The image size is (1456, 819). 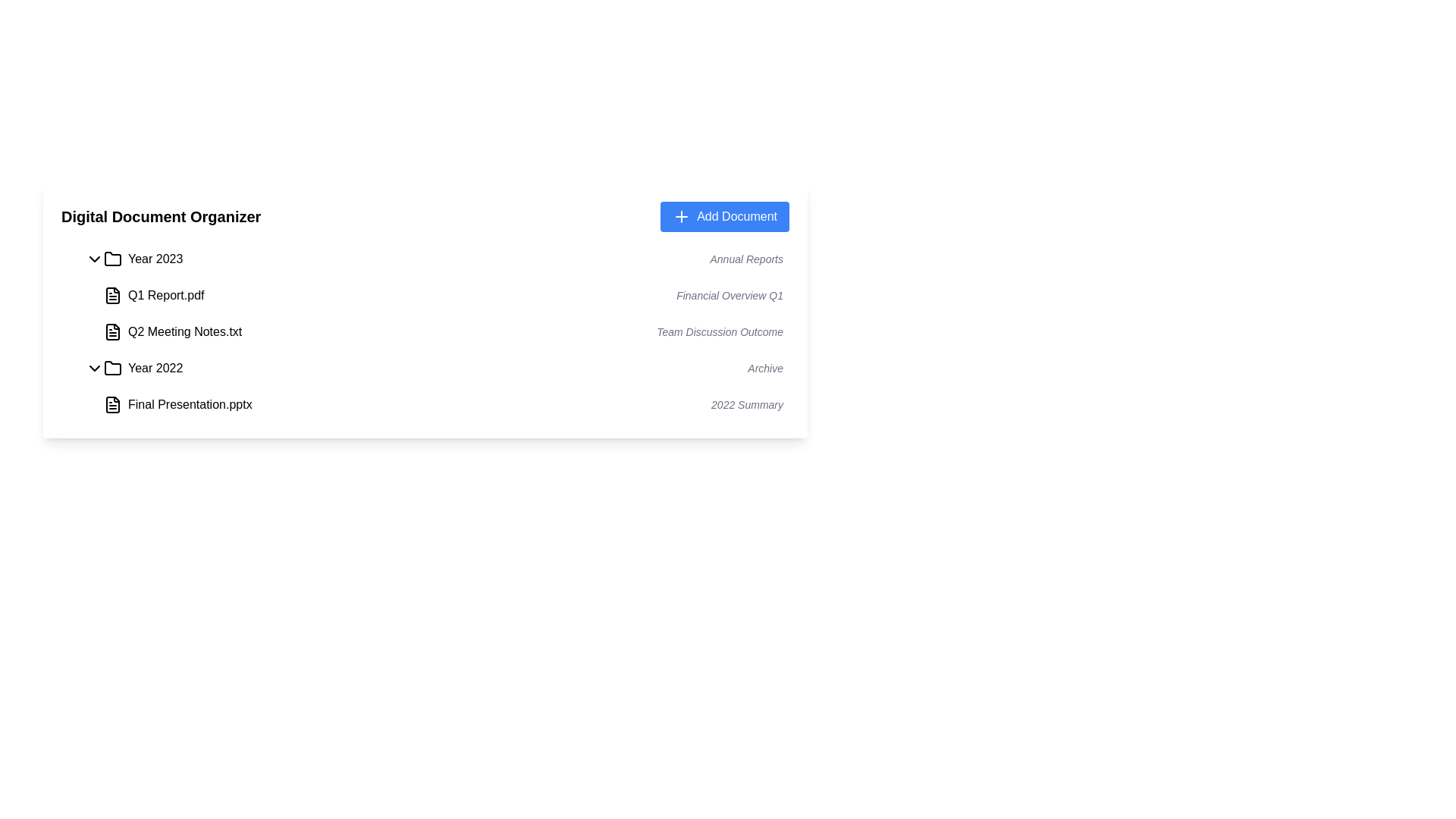 I want to click on the document file icon representing 'Q1 Report.pdf' to interpret it as a document identifier, so click(x=111, y=295).